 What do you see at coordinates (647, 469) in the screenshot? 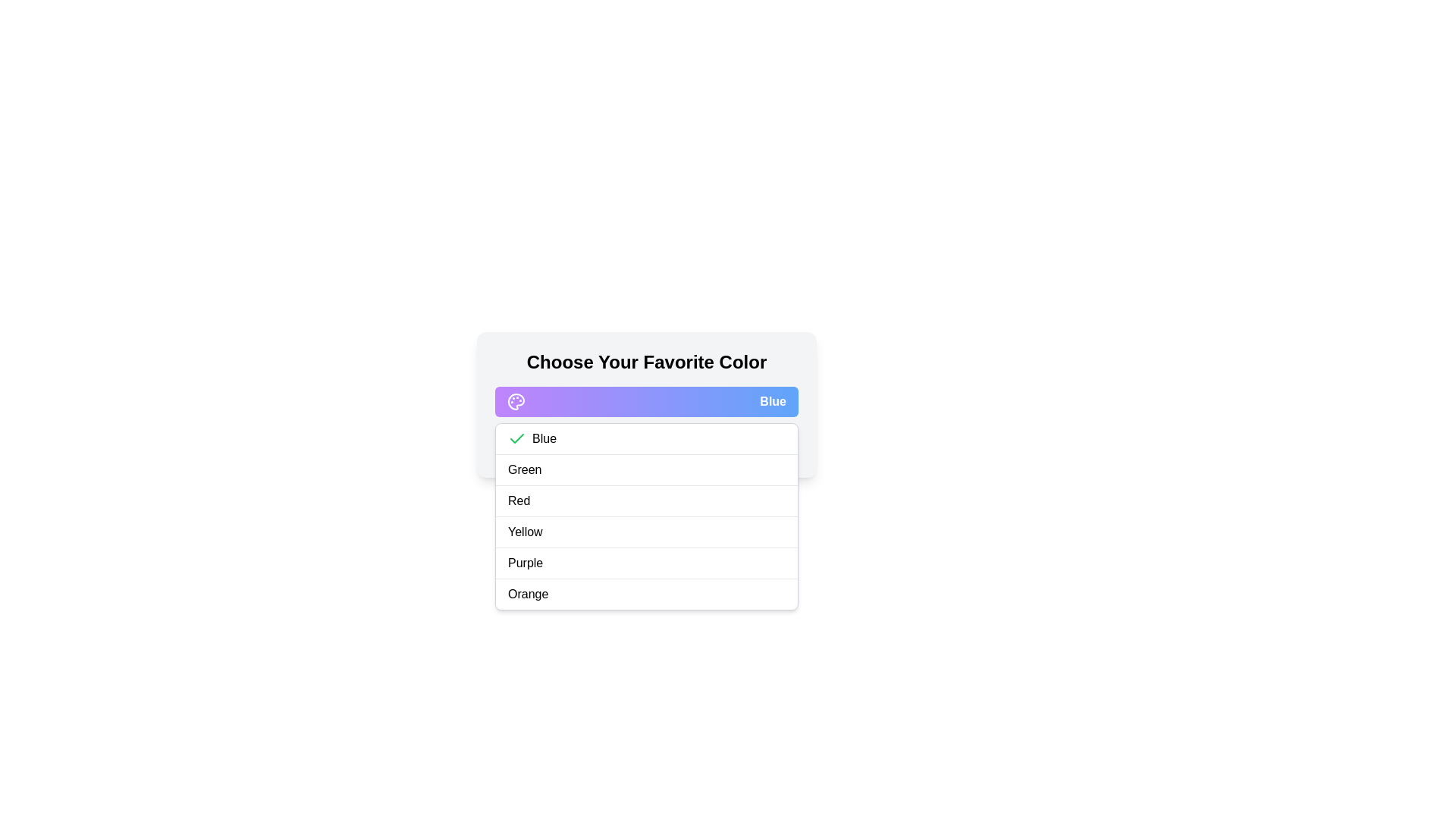
I see `the dropdown menu item labeled 'Green'` at bounding box center [647, 469].